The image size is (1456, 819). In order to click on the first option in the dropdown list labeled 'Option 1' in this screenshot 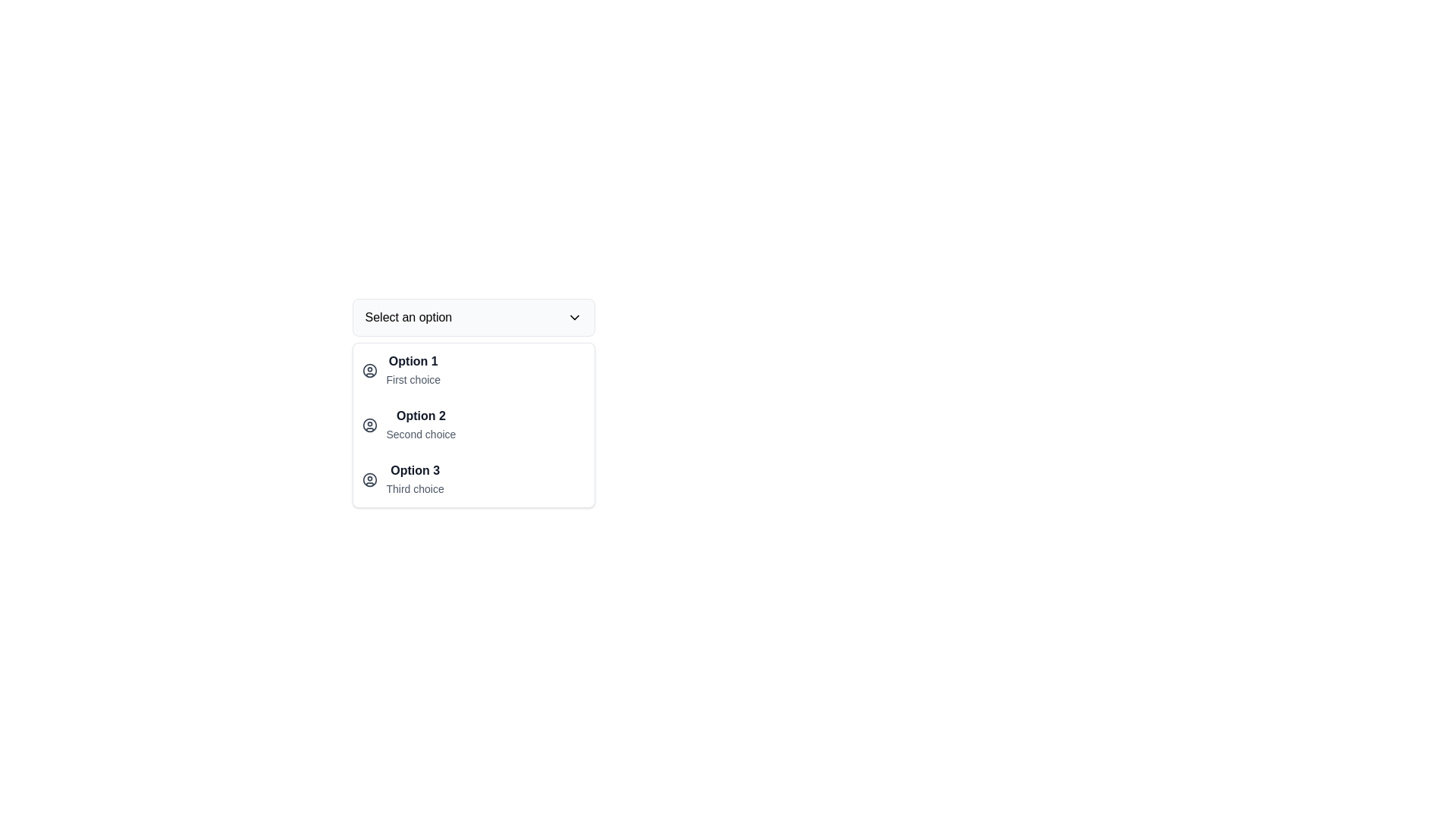, I will do `click(413, 371)`.